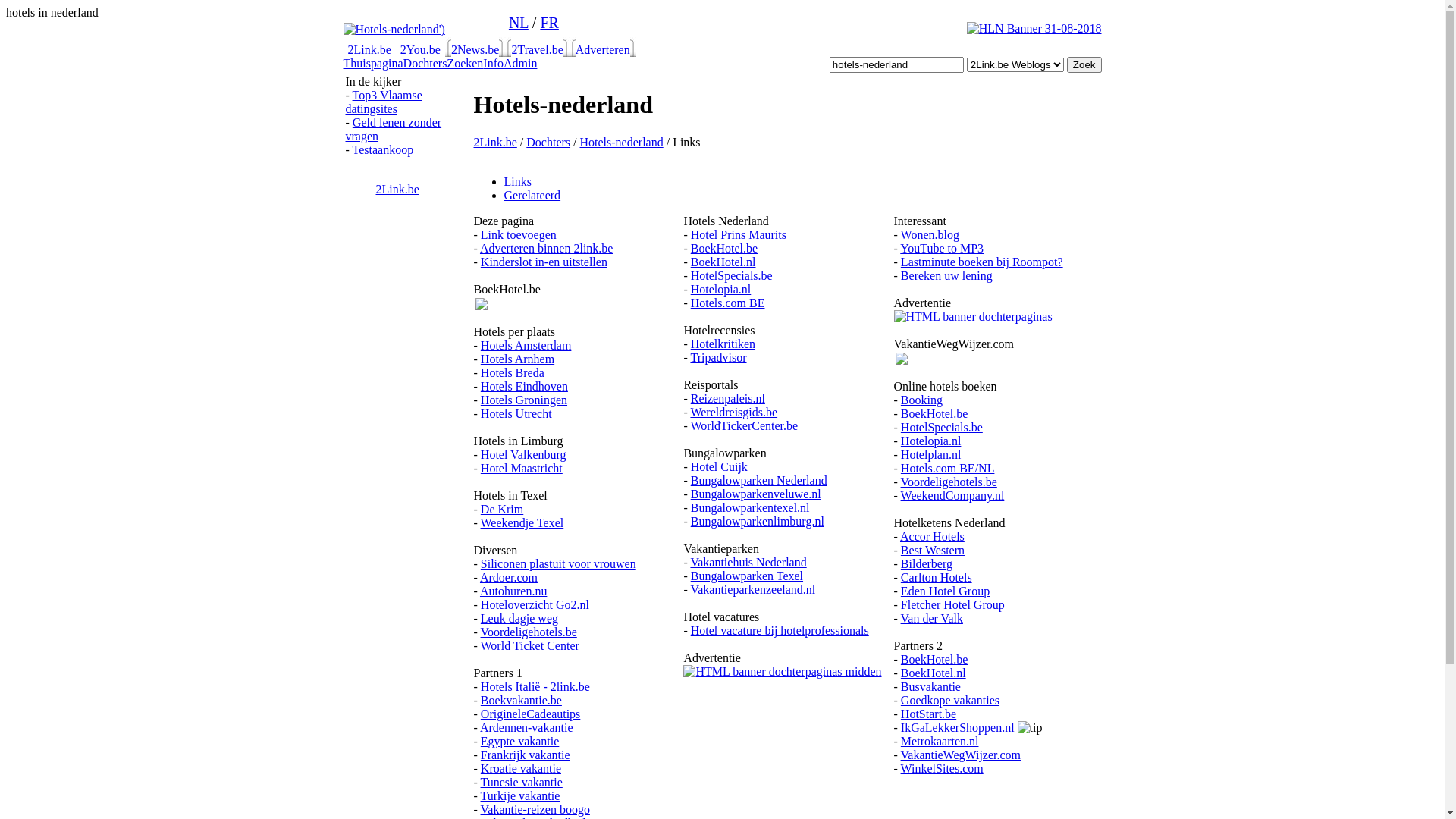  I want to click on 'Zoek', so click(1084, 64).